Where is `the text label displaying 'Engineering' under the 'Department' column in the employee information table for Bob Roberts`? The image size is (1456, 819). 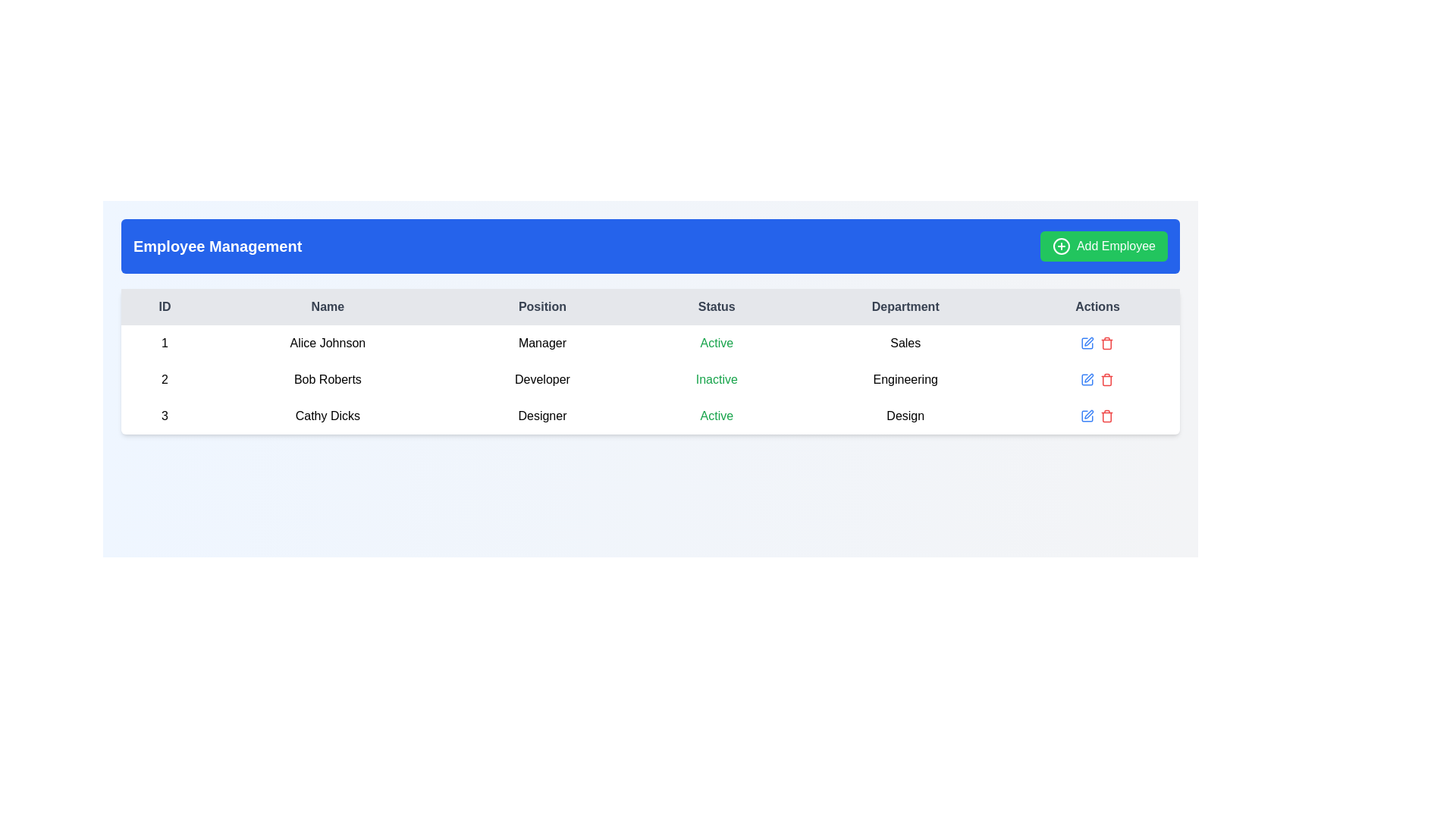 the text label displaying 'Engineering' under the 'Department' column in the employee information table for Bob Roberts is located at coordinates (905, 379).